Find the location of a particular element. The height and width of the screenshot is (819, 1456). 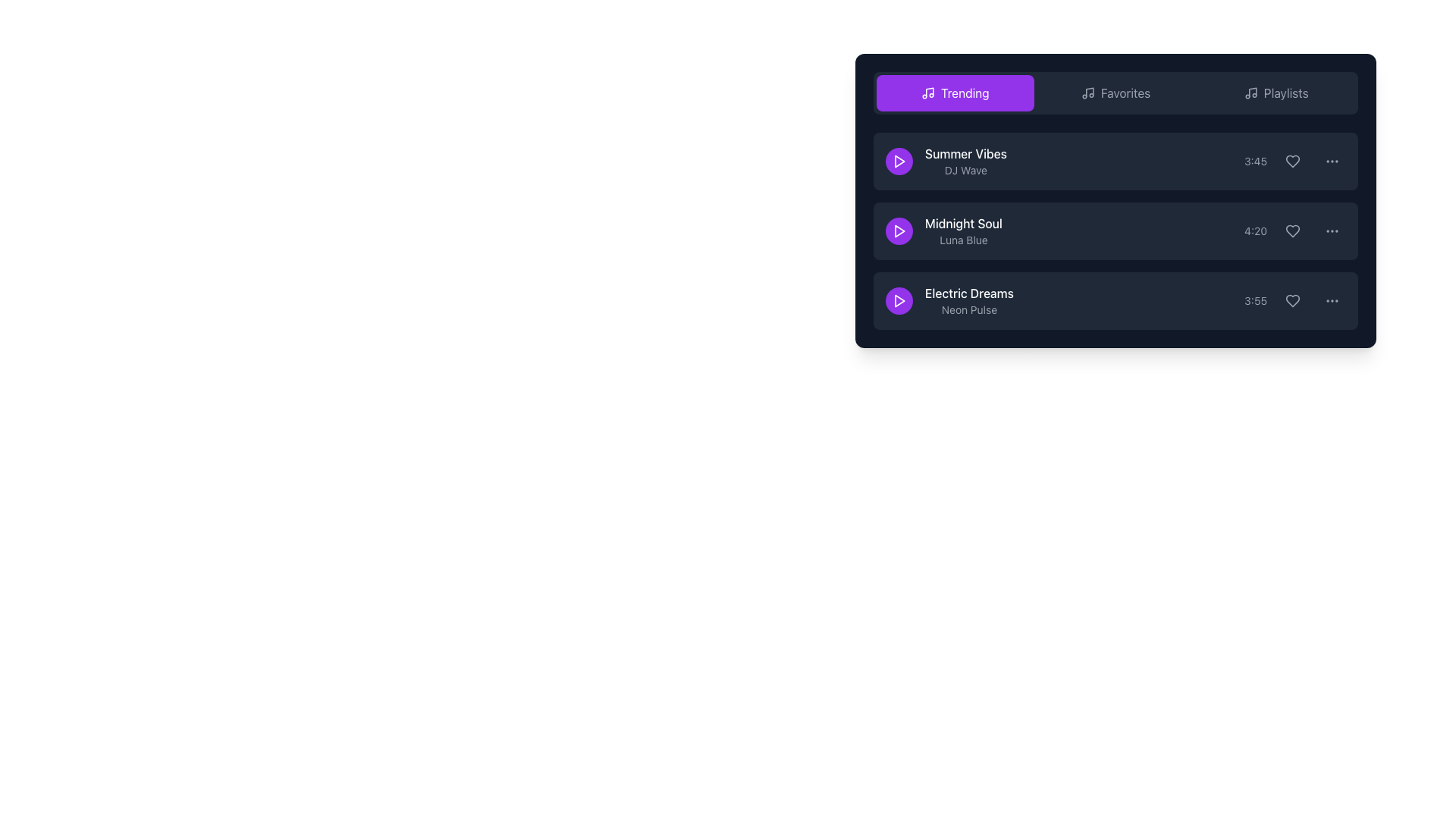

the text label displaying 'DJ Wave' in small gray font, which is positioned below 'Summer Vibes' and aligned with the play button icon is located at coordinates (965, 170).